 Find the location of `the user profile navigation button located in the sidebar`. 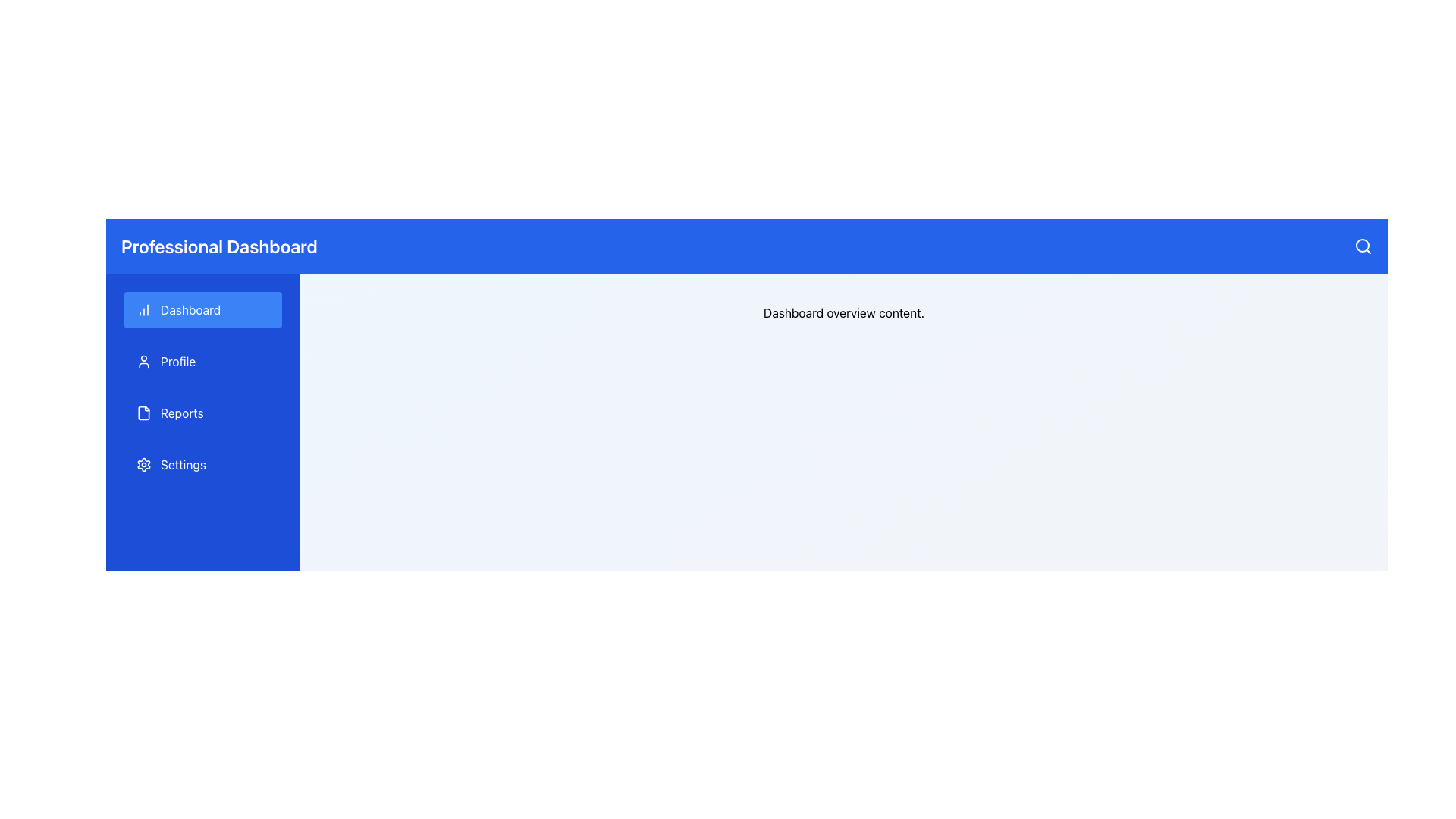

the user profile navigation button located in the sidebar is located at coordinates (202, 362).